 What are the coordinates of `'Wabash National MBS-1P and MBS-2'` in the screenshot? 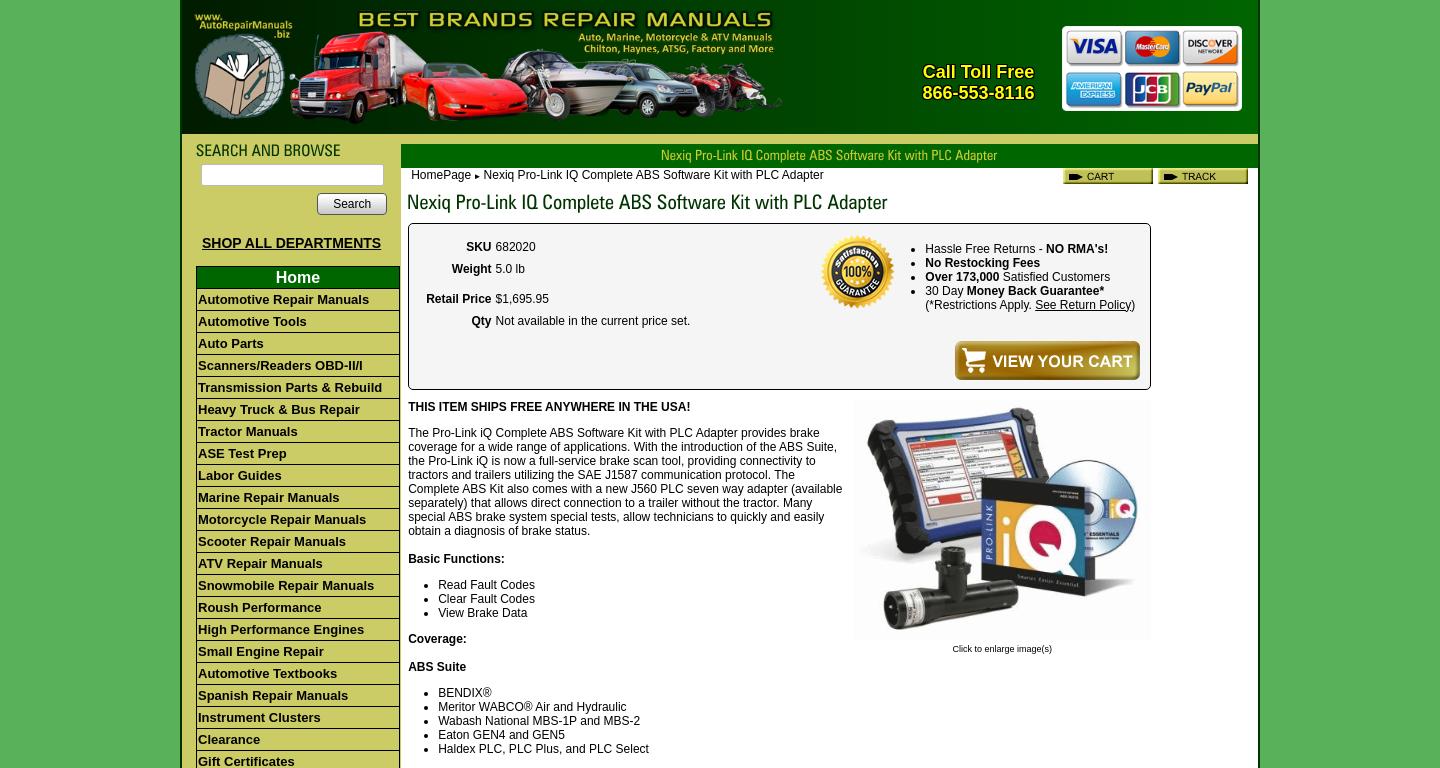 It's located at (438, 719).